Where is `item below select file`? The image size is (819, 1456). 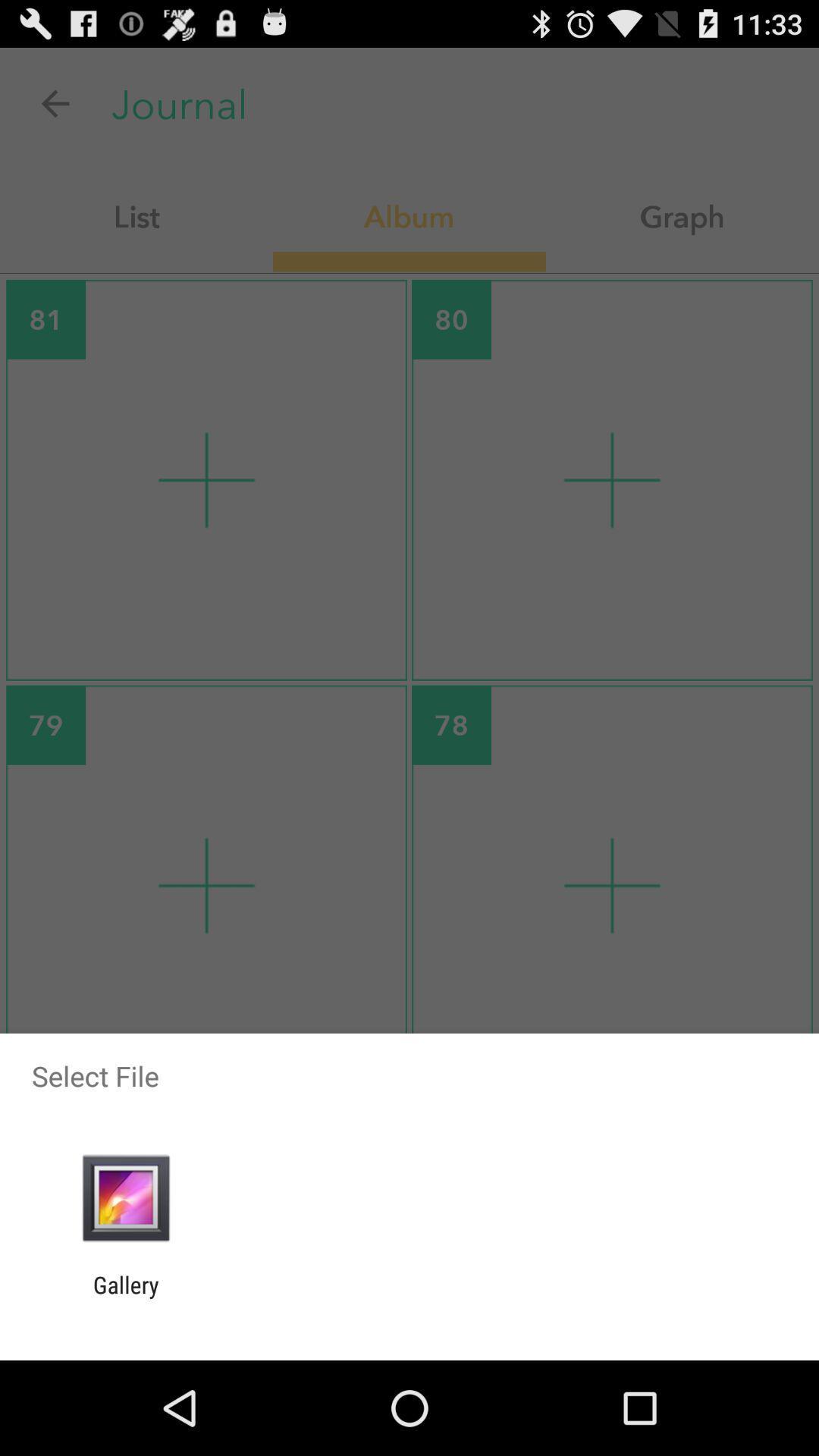
item below select file is located at coordinates (125, 1197).